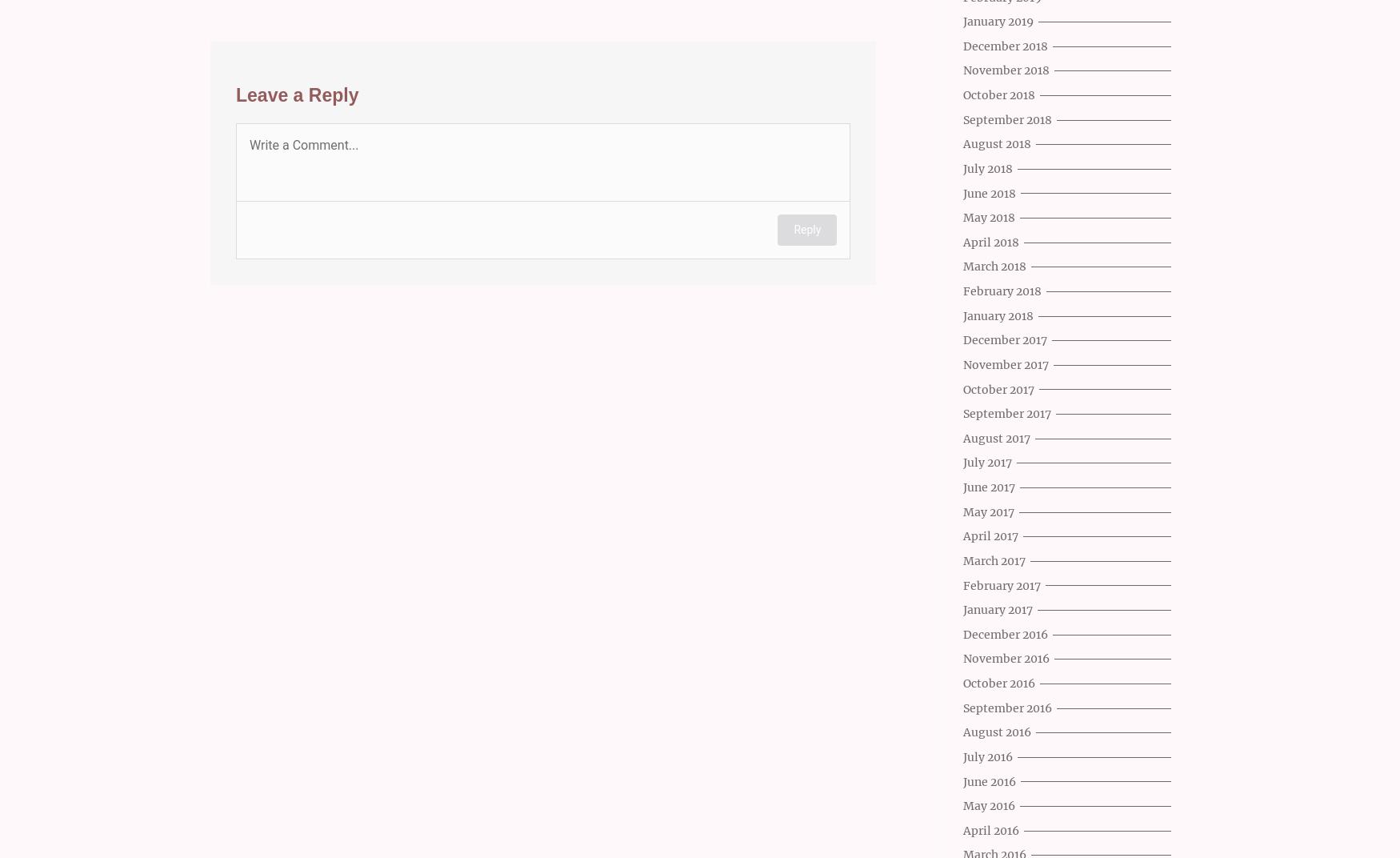 This screenshot has width=1400, height=858. What do you see at coordinates (963, 511) in the screenshot?
I see `'May 2017'` at bounding box center [963, 511].